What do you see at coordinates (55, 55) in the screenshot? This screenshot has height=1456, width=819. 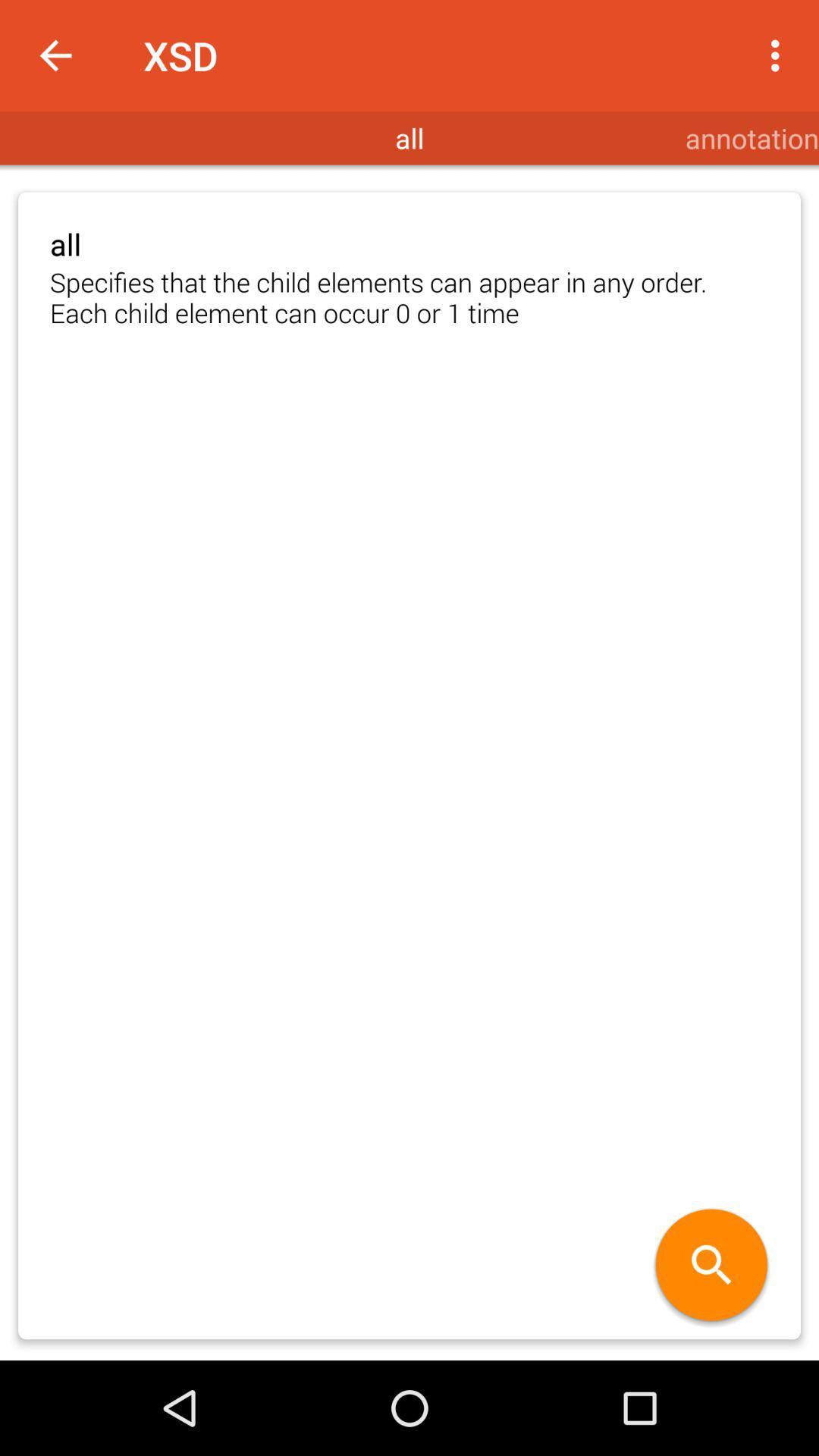 I see `item to the left of xsd icon` at bounding box center [55, 55].